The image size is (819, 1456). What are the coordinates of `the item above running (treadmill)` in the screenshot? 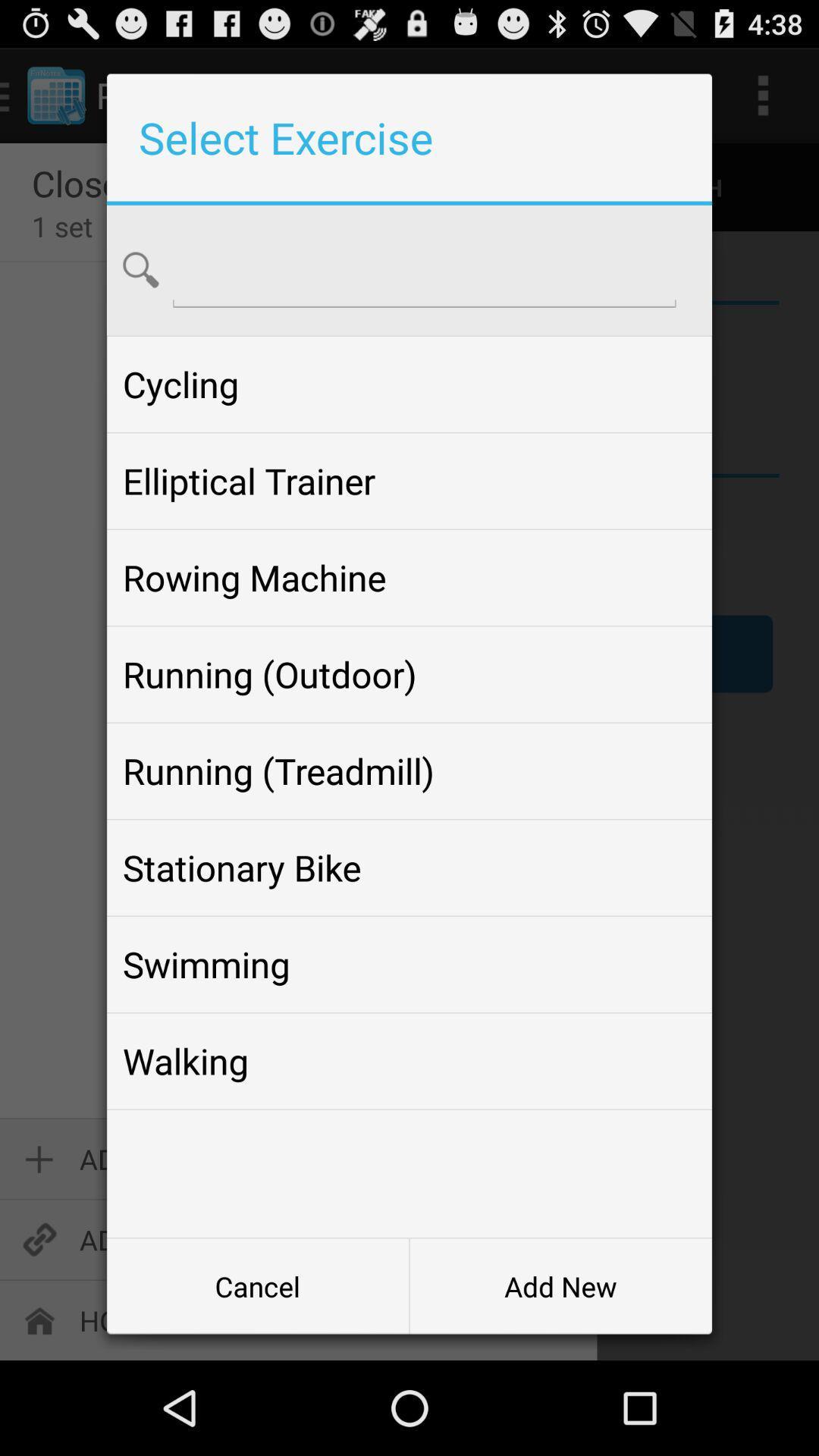 It's located at (409, 673).